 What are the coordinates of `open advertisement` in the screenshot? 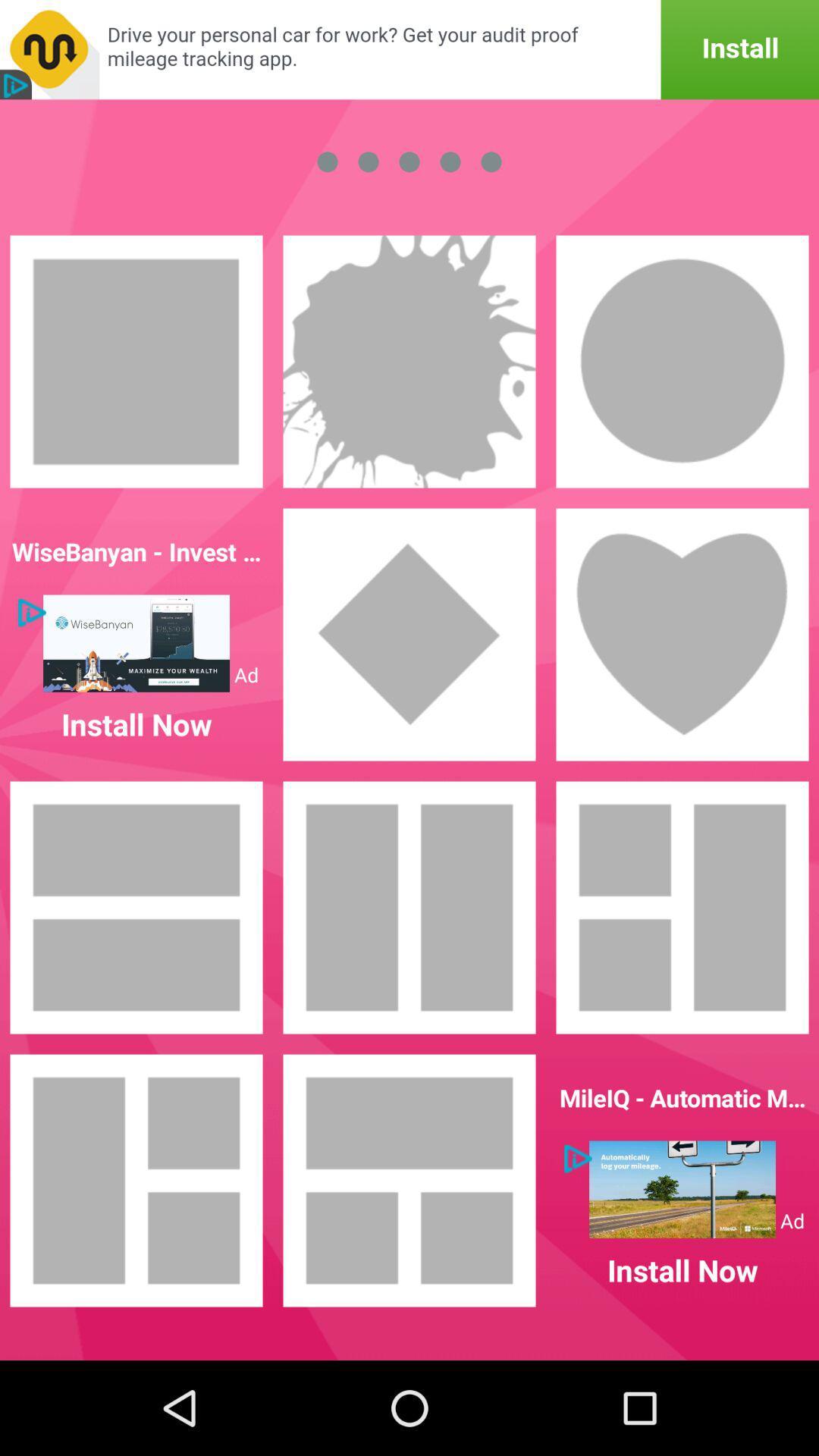 It's located at (409, 49).